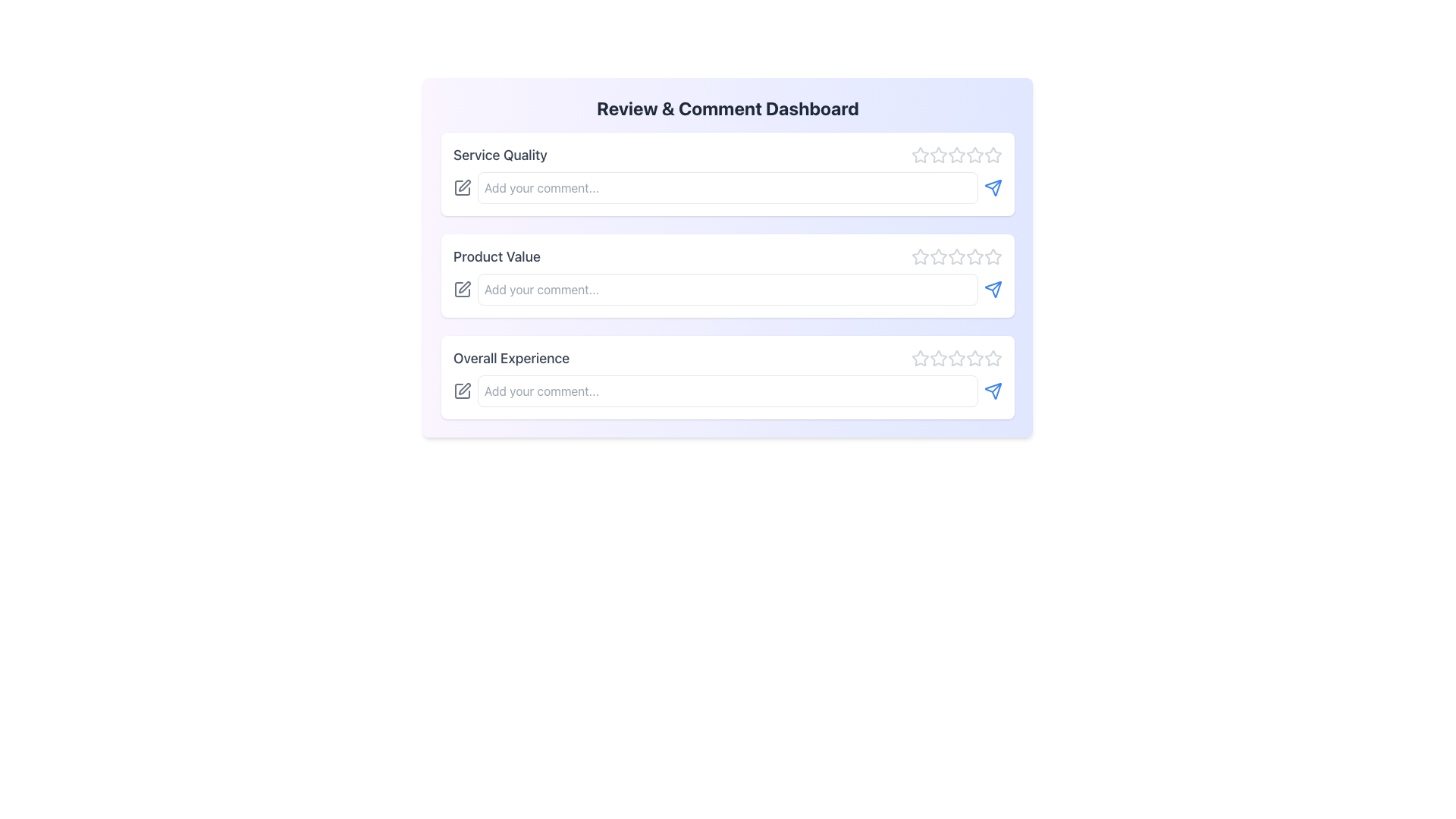  What do you see at coordinates (975, 358) in the screenshot?
I see `the fourth star-shaped icon with a gray outline in the 'Overall Experience' rating system` at bounding box center [975, 358].